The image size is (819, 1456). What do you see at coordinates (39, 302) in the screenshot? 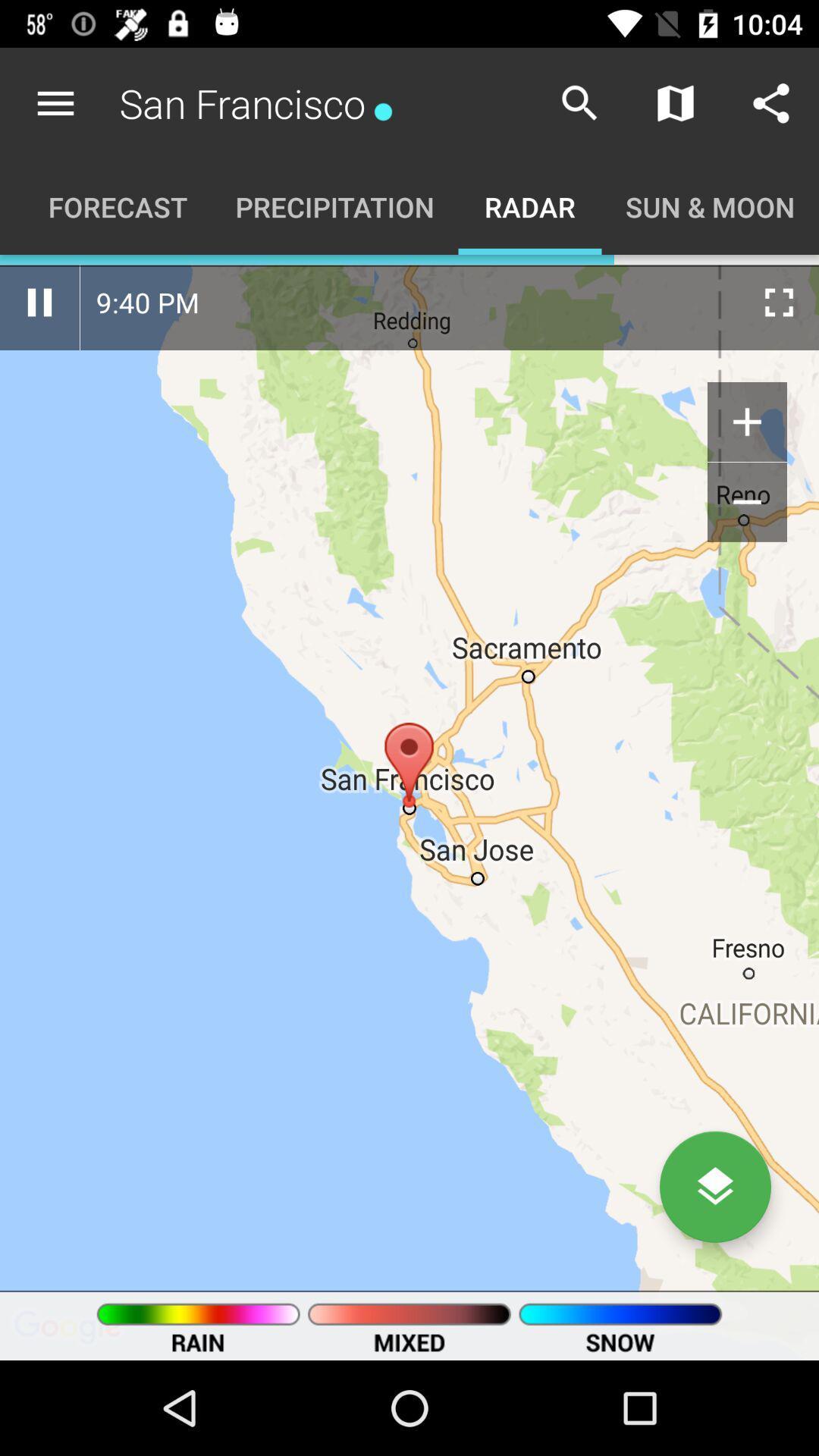
I see `the pause icon` at bounding box center [39, 302].